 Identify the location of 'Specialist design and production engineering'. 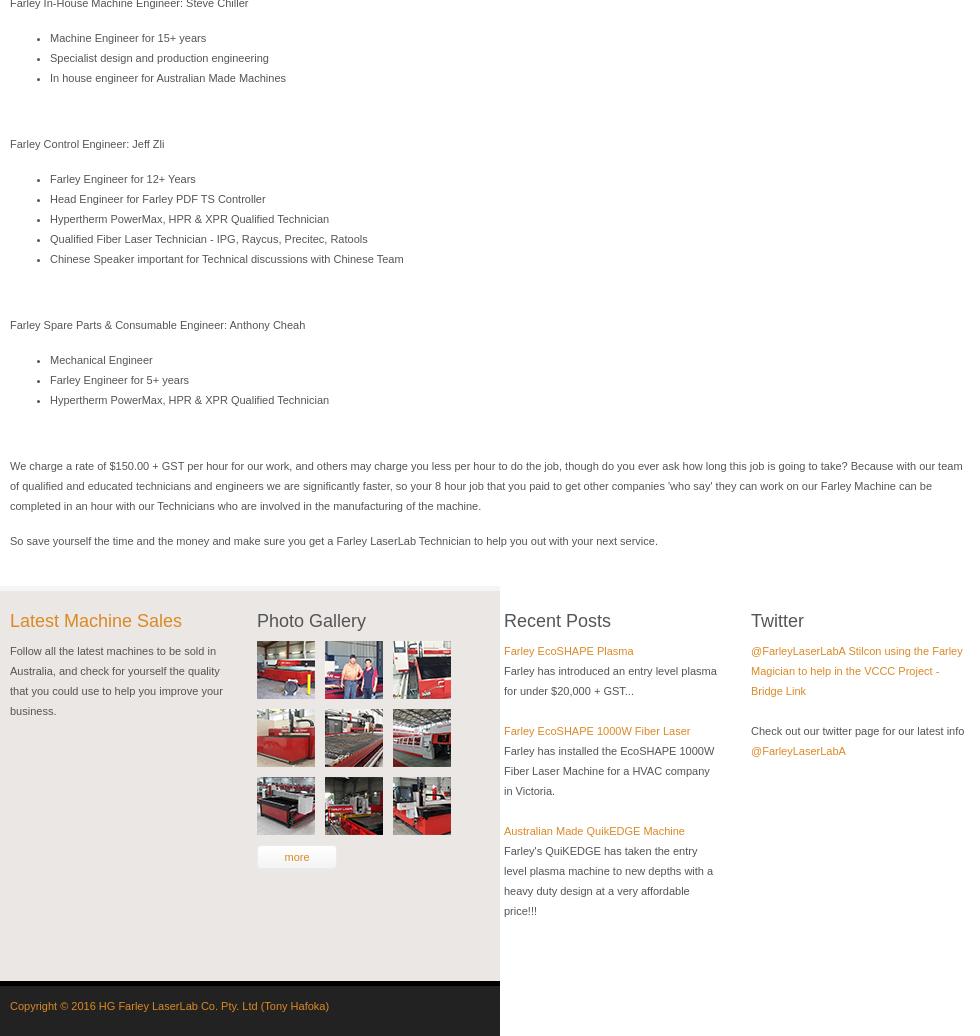
(158, 58).